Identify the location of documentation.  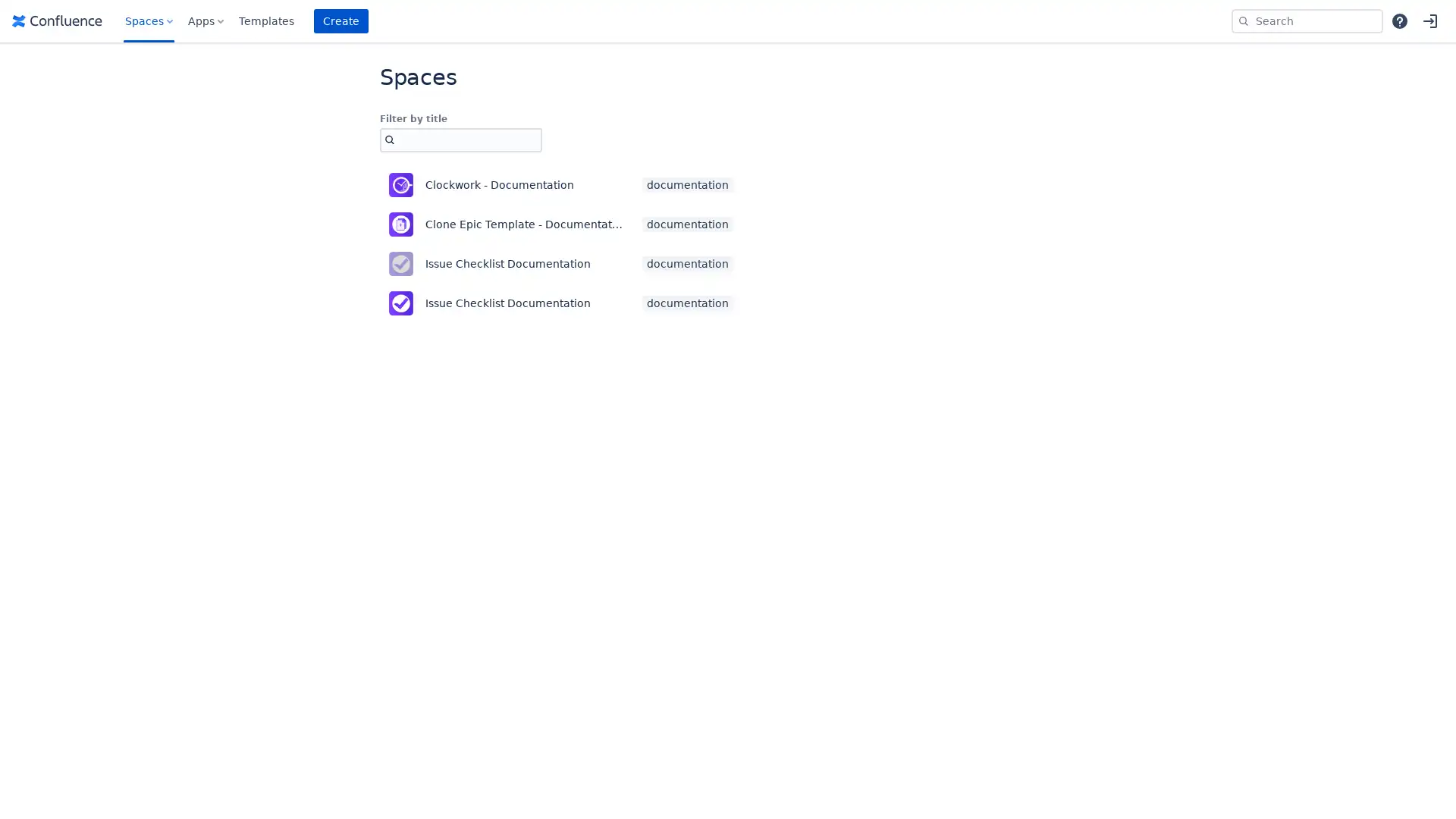
(687, 184).